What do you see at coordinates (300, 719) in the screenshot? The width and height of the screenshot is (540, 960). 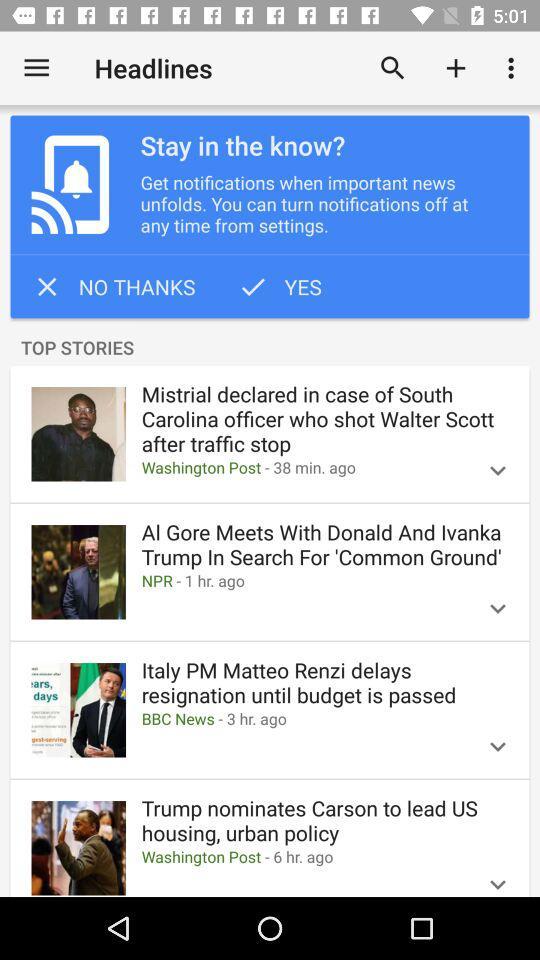 I see `the bbc news 3 icon` at bounding box center [300, 719].